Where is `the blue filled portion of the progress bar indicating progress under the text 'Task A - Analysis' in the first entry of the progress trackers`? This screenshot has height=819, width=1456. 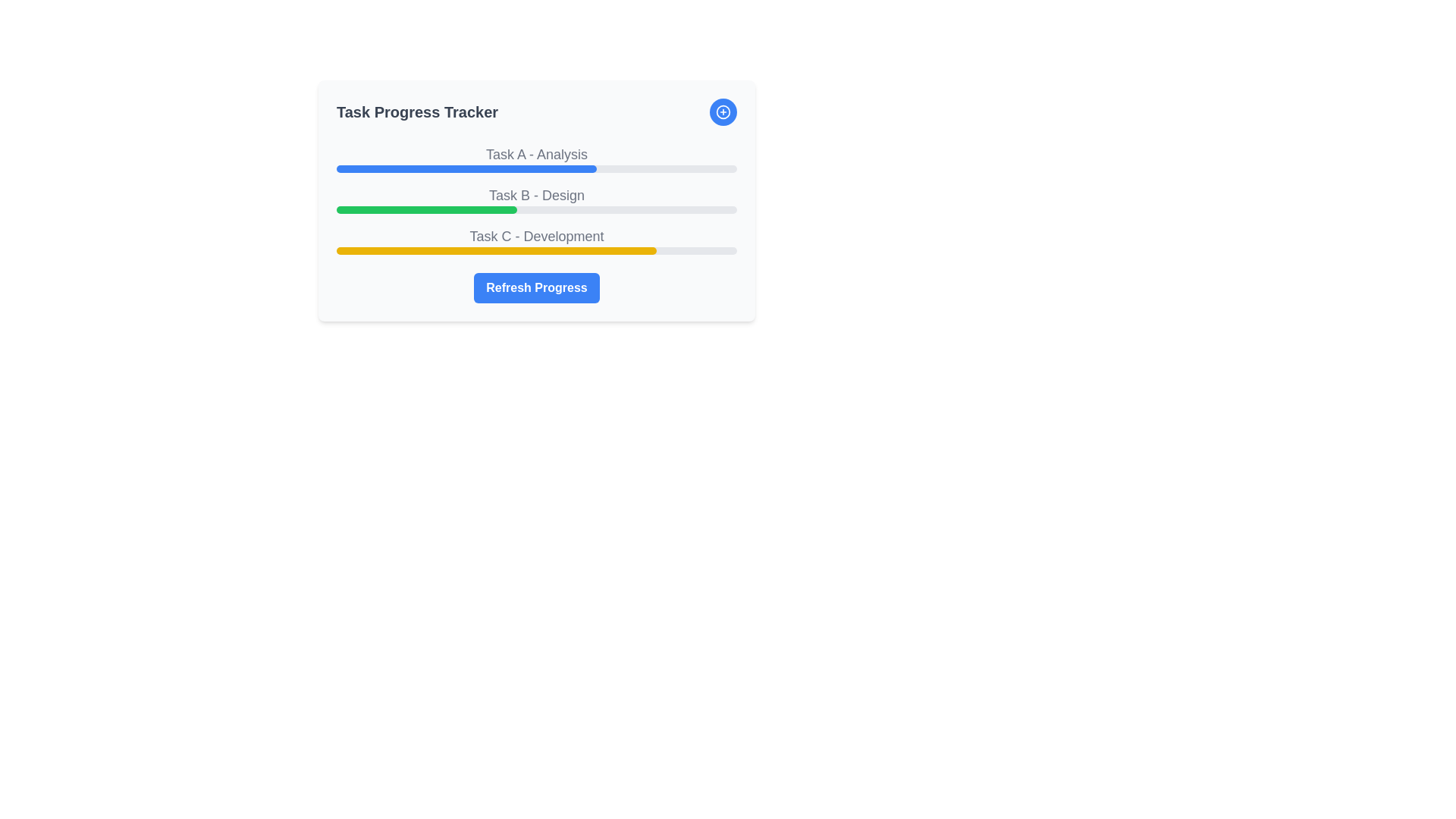
the blue filled portion of the progress bar indicating progress under the text 'Task A - Analysis' in the first entry of the progress trackers is located at coordinates (466, 169).